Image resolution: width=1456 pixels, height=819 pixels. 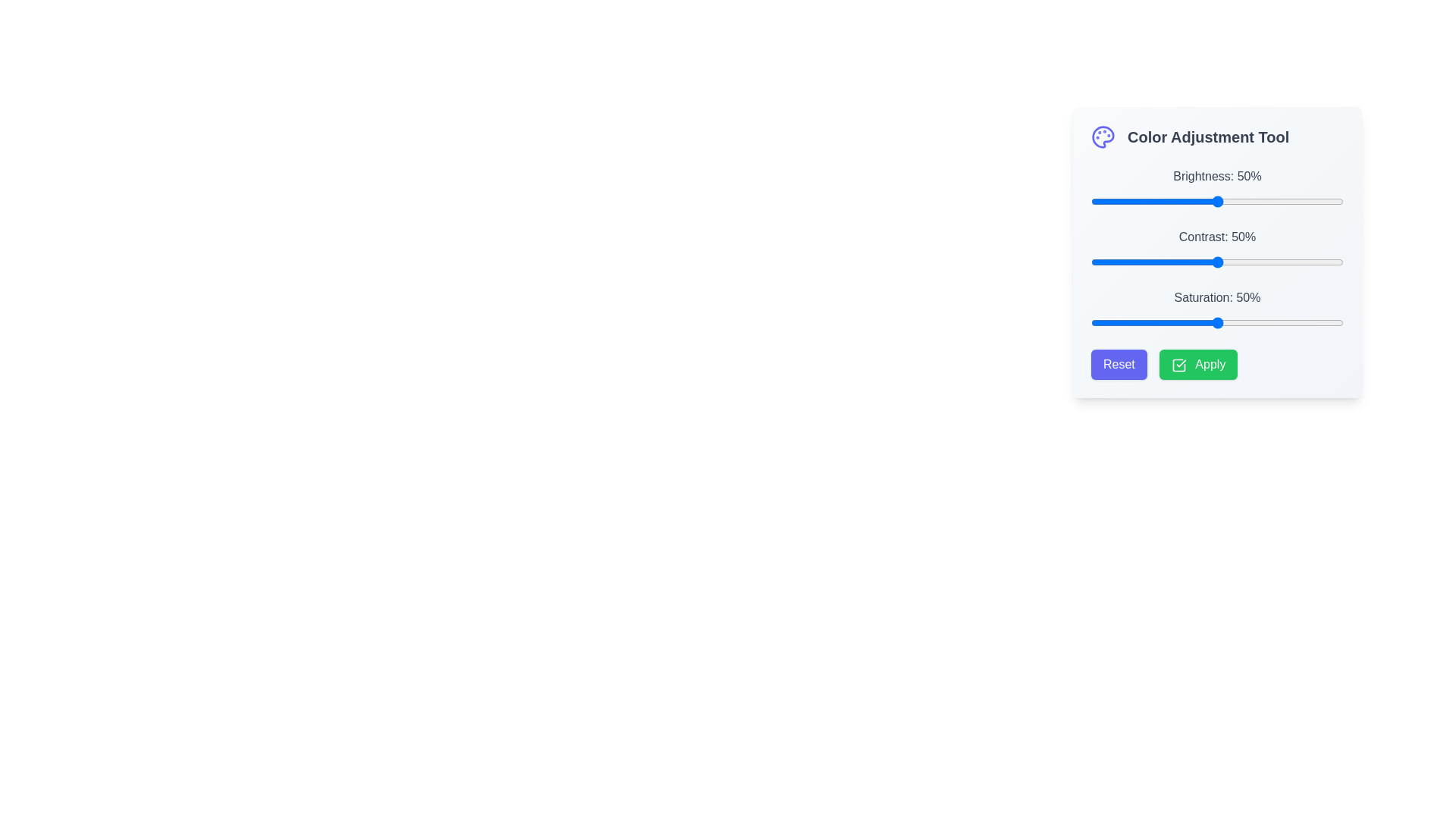 I want to click on the slider, so click(x=1211, y=322).